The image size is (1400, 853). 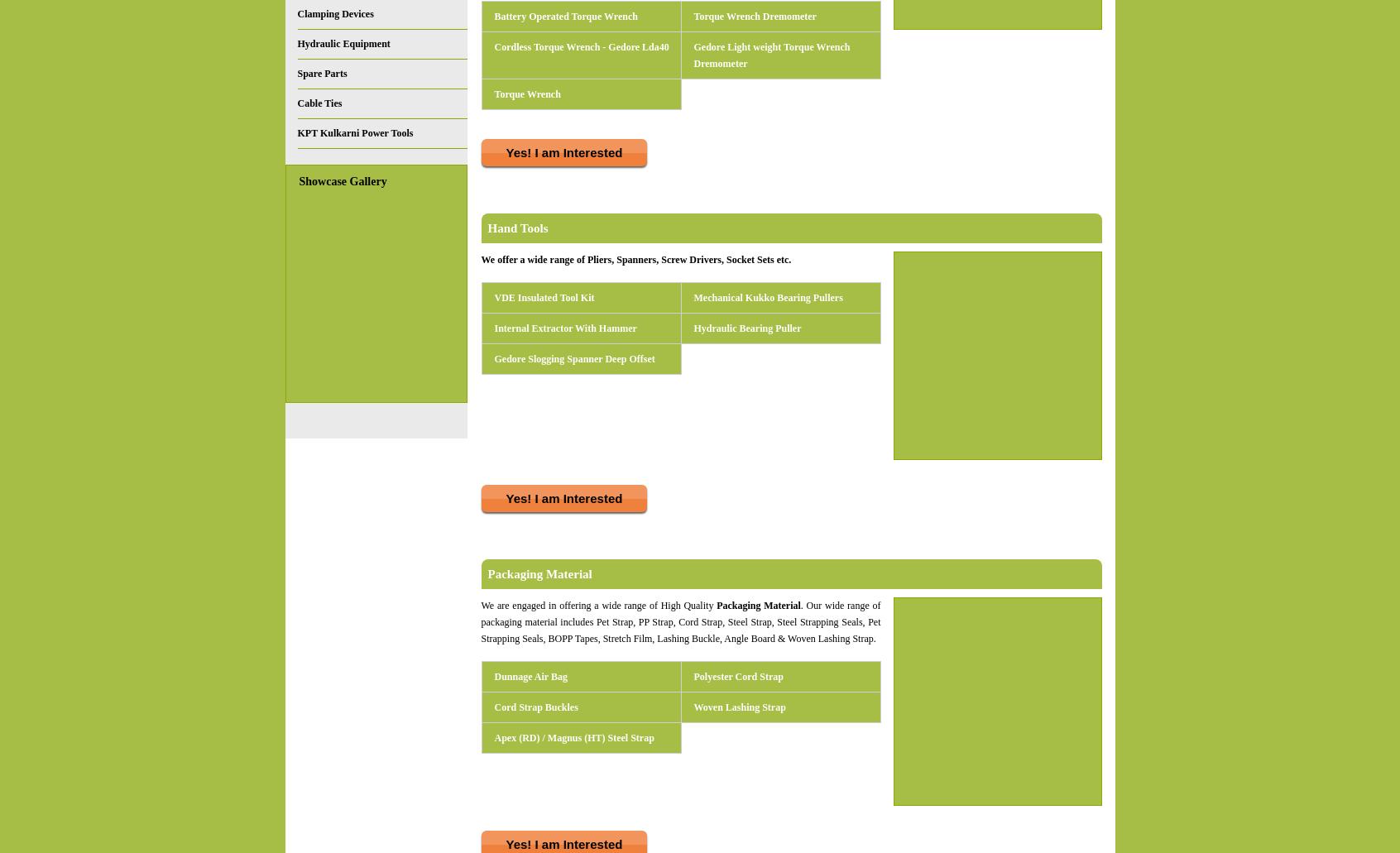 What do you see at coordinates (544, 297) in the screenshot?
I see `'VDE Insulated Tool Kit'` at bounding box center [544, 297].